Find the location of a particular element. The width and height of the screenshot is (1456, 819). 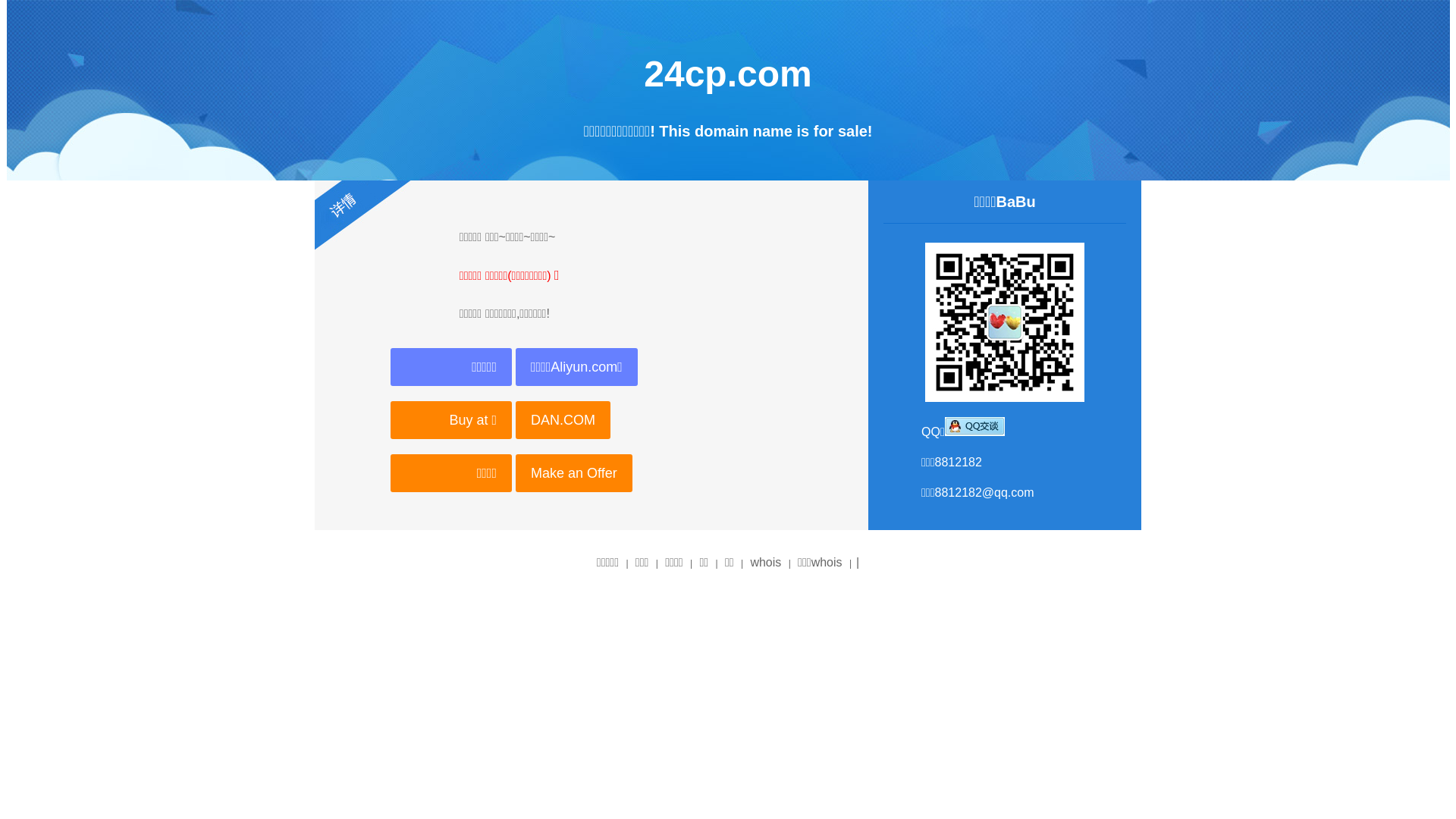

'Make an Offer' is located at coordinates (516, 472).